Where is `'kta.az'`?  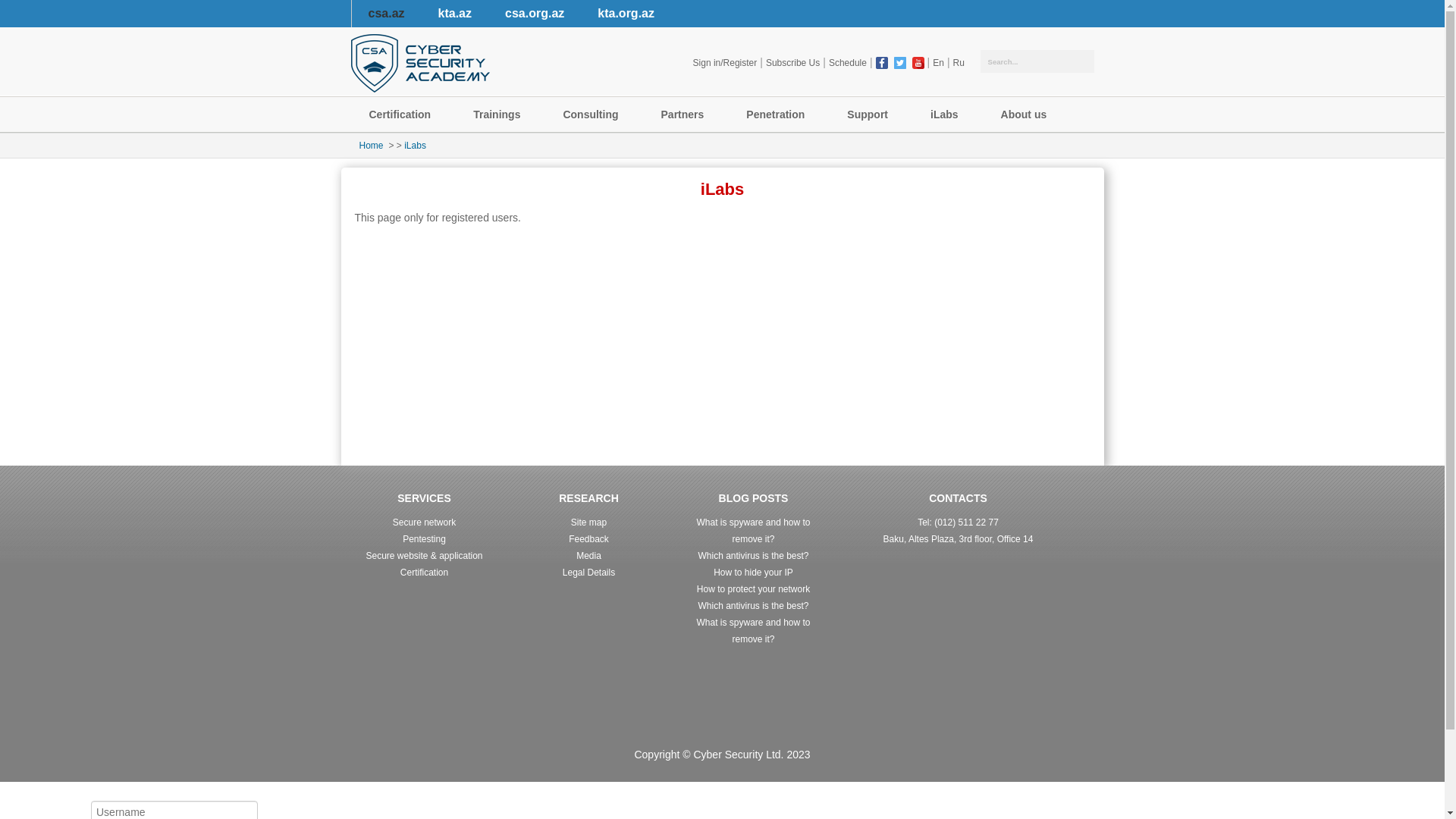
'kta.az' is located at coordinates (422, 14).